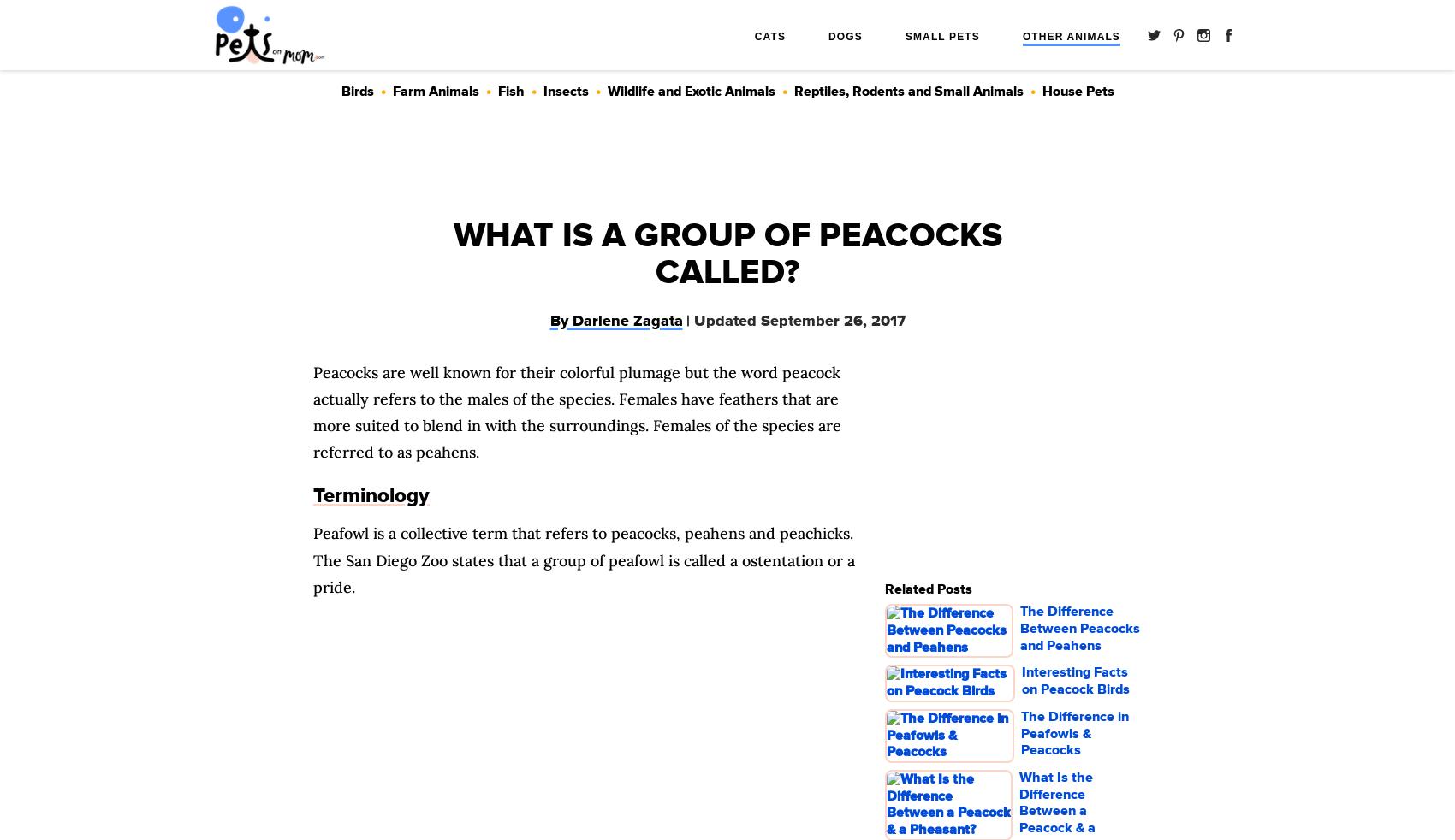 This screenshot has height=840, width=1455. I want to click on 'The Difference Between Peacocks and Peahens', so click(1079, 627).